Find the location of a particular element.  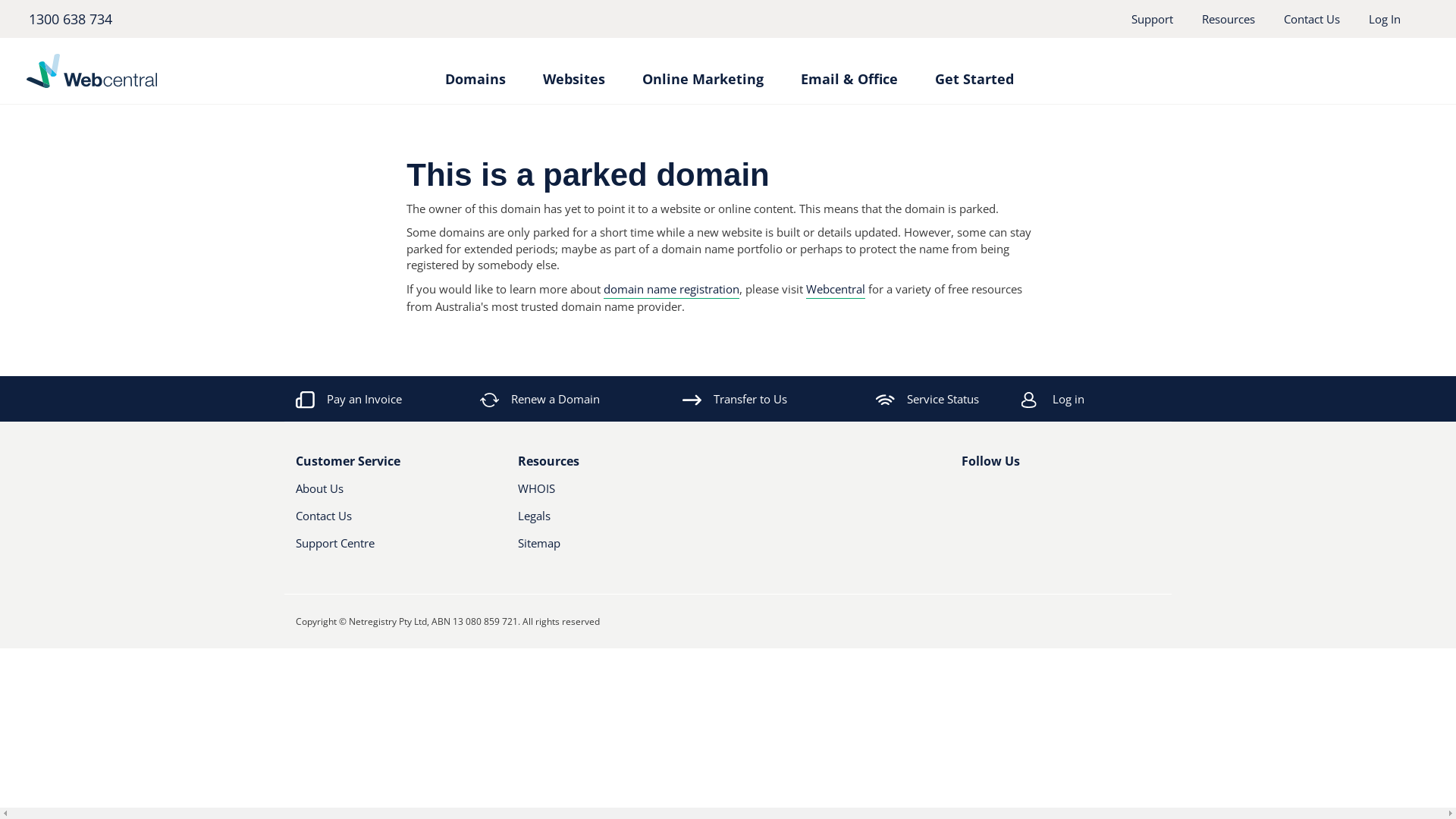

'Contact Us' is located at coordinates (380, 520).